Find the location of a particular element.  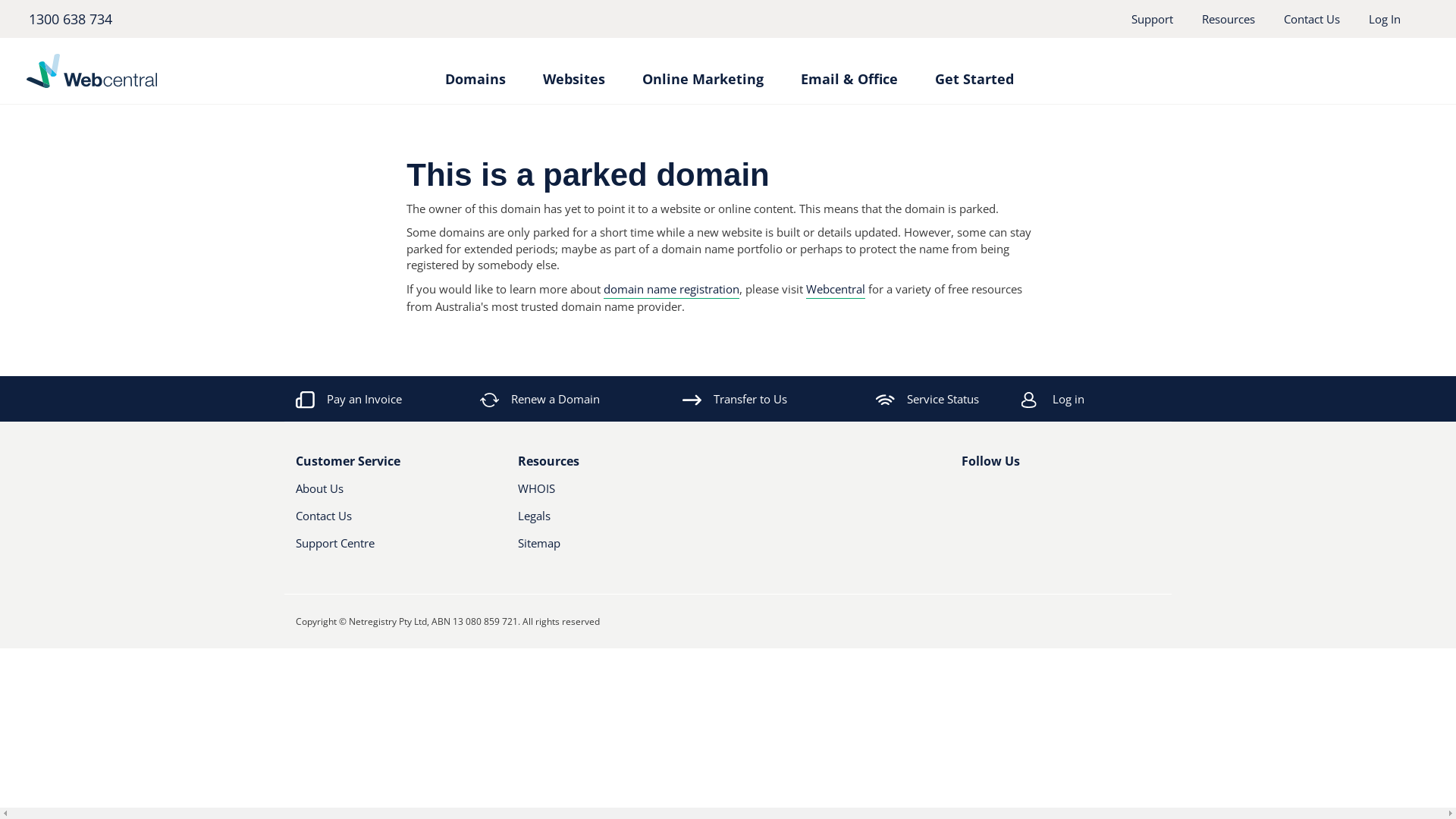

'Contact Us' is located at coordinates (380, 520).